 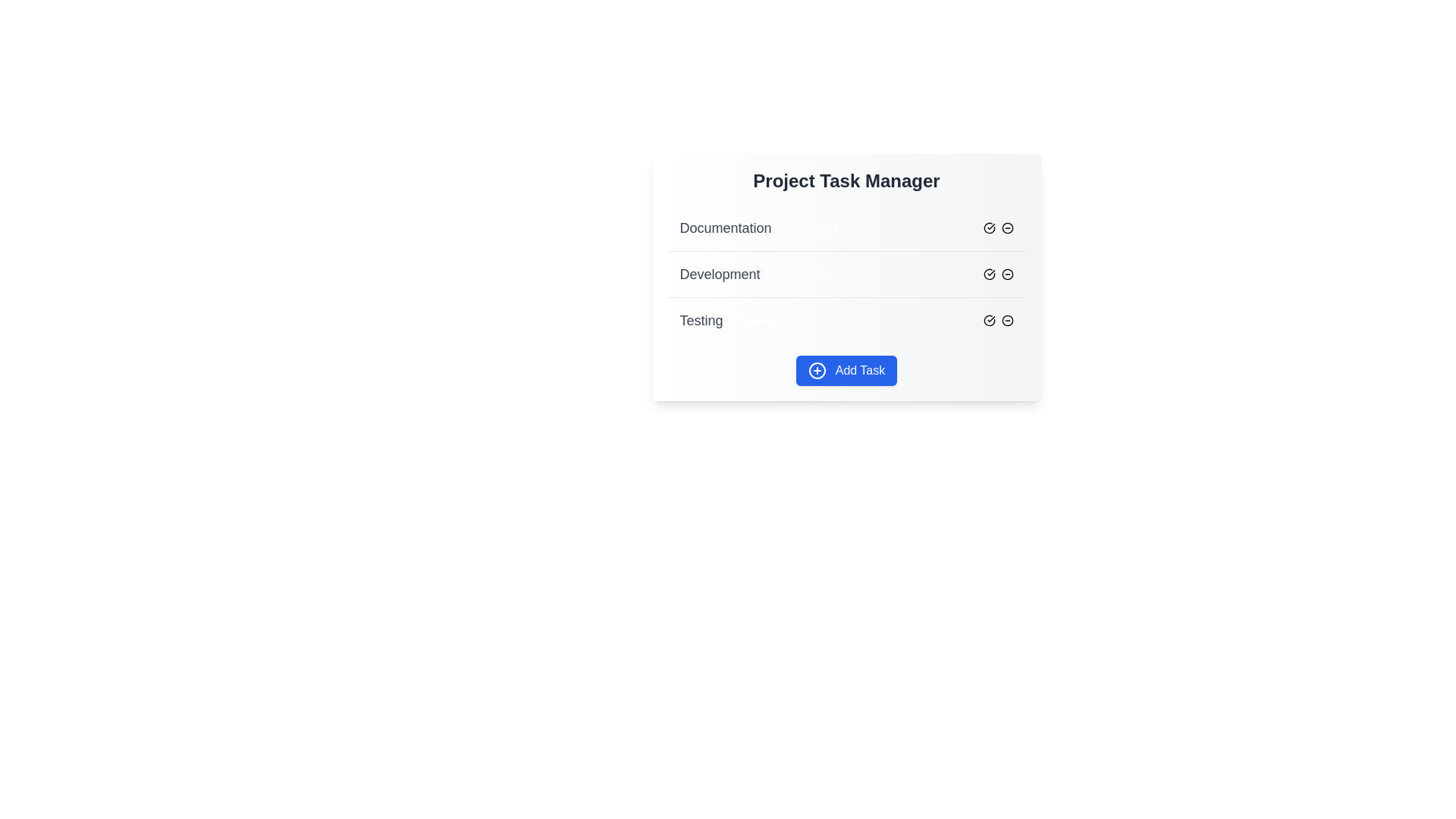 What do you see at coordinates (846, 275) in the screenshot?
I see `the list item indicating the task title 'Development' with status 'In Progress' in the 'Project Task Manager' section` at bounding box center [846, 275].